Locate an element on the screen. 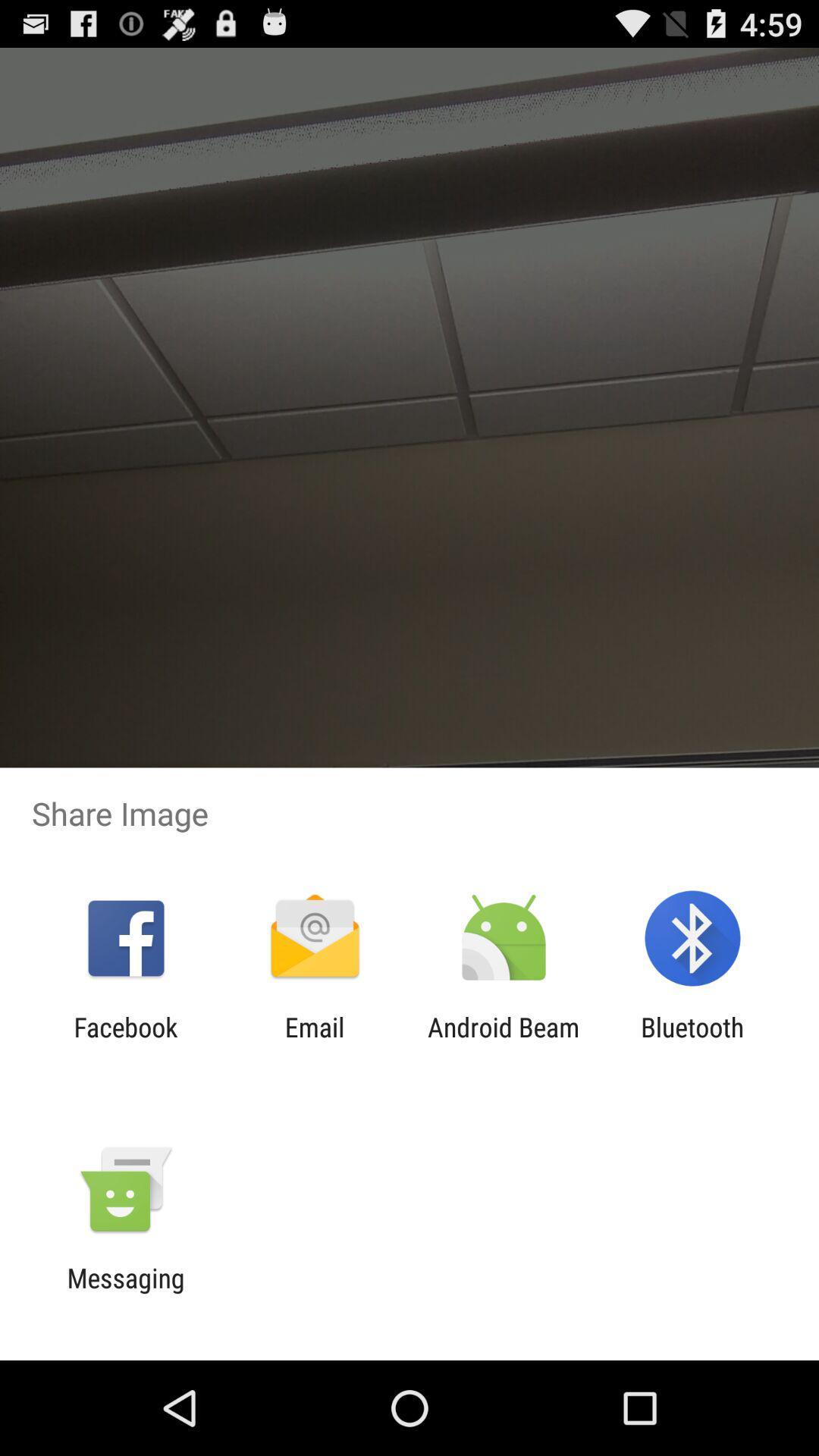 This screenshot has height=1456, width=819. the icon next to the email icon is located at coordinates (125, 1042).